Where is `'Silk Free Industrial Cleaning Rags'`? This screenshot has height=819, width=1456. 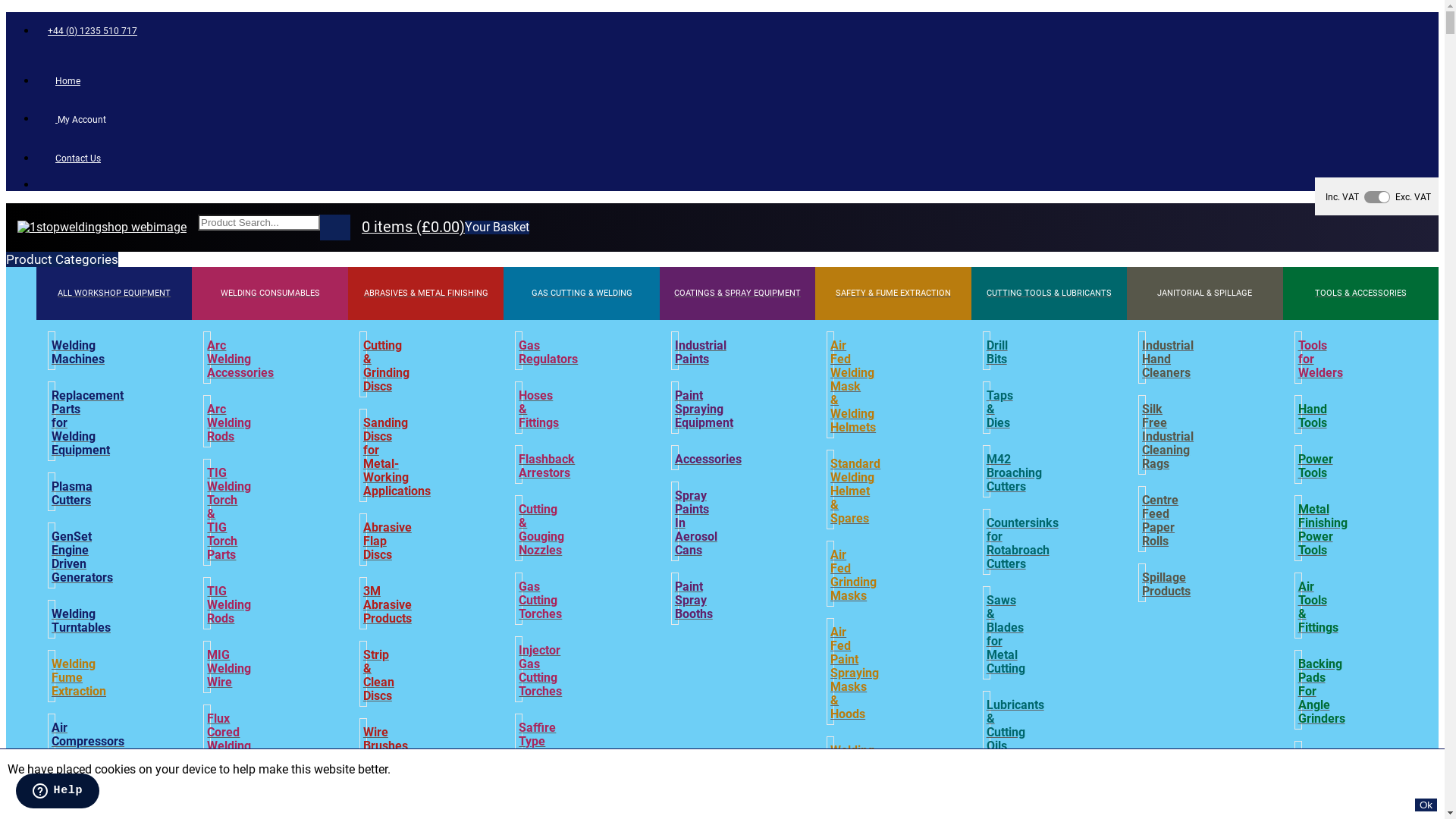
'Silk Free Industrial Cleaning Rags' is located at coordinates (1142, 436).